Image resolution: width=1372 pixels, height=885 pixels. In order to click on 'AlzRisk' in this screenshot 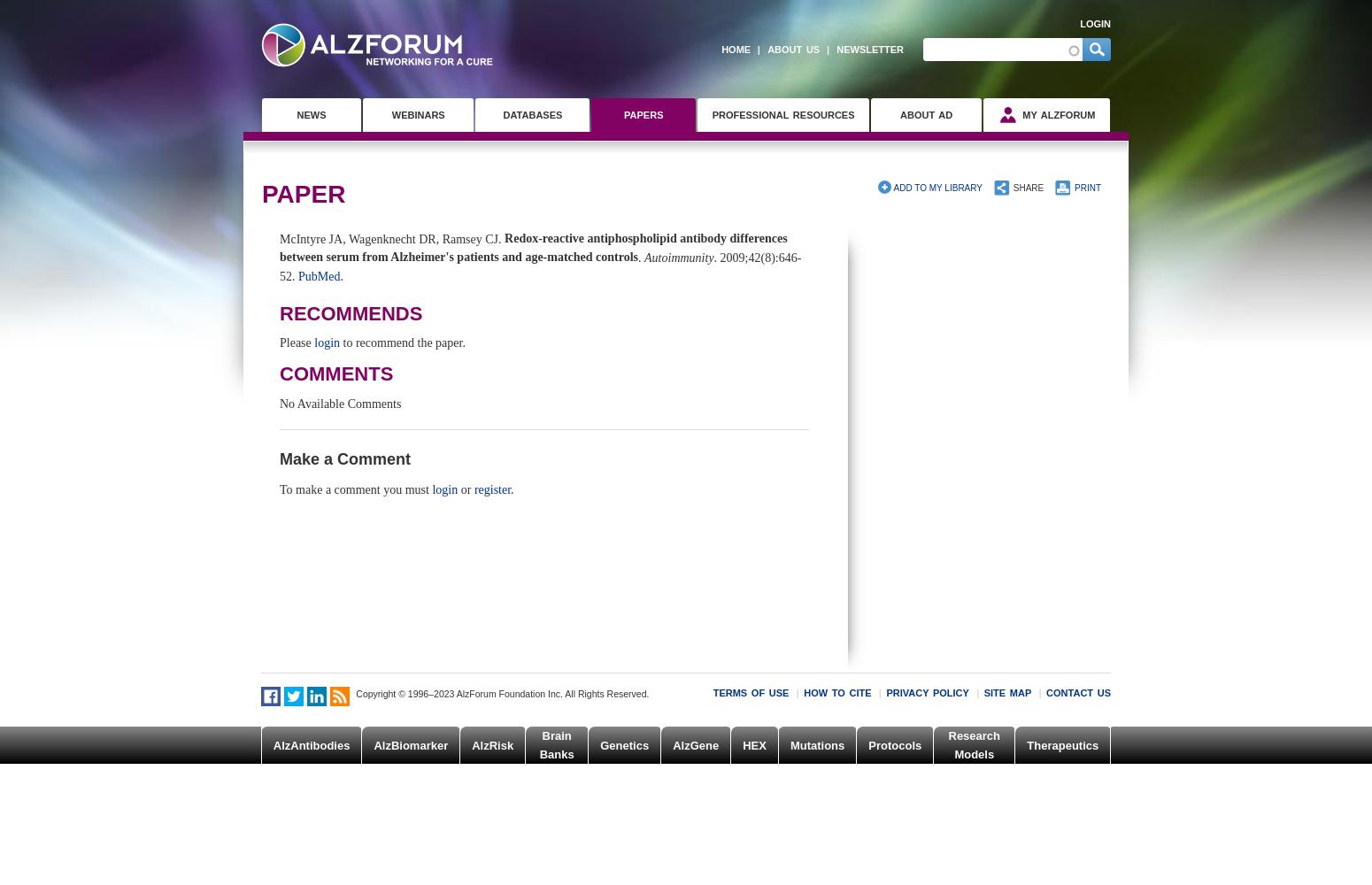, I will do `click(492, 743)`.